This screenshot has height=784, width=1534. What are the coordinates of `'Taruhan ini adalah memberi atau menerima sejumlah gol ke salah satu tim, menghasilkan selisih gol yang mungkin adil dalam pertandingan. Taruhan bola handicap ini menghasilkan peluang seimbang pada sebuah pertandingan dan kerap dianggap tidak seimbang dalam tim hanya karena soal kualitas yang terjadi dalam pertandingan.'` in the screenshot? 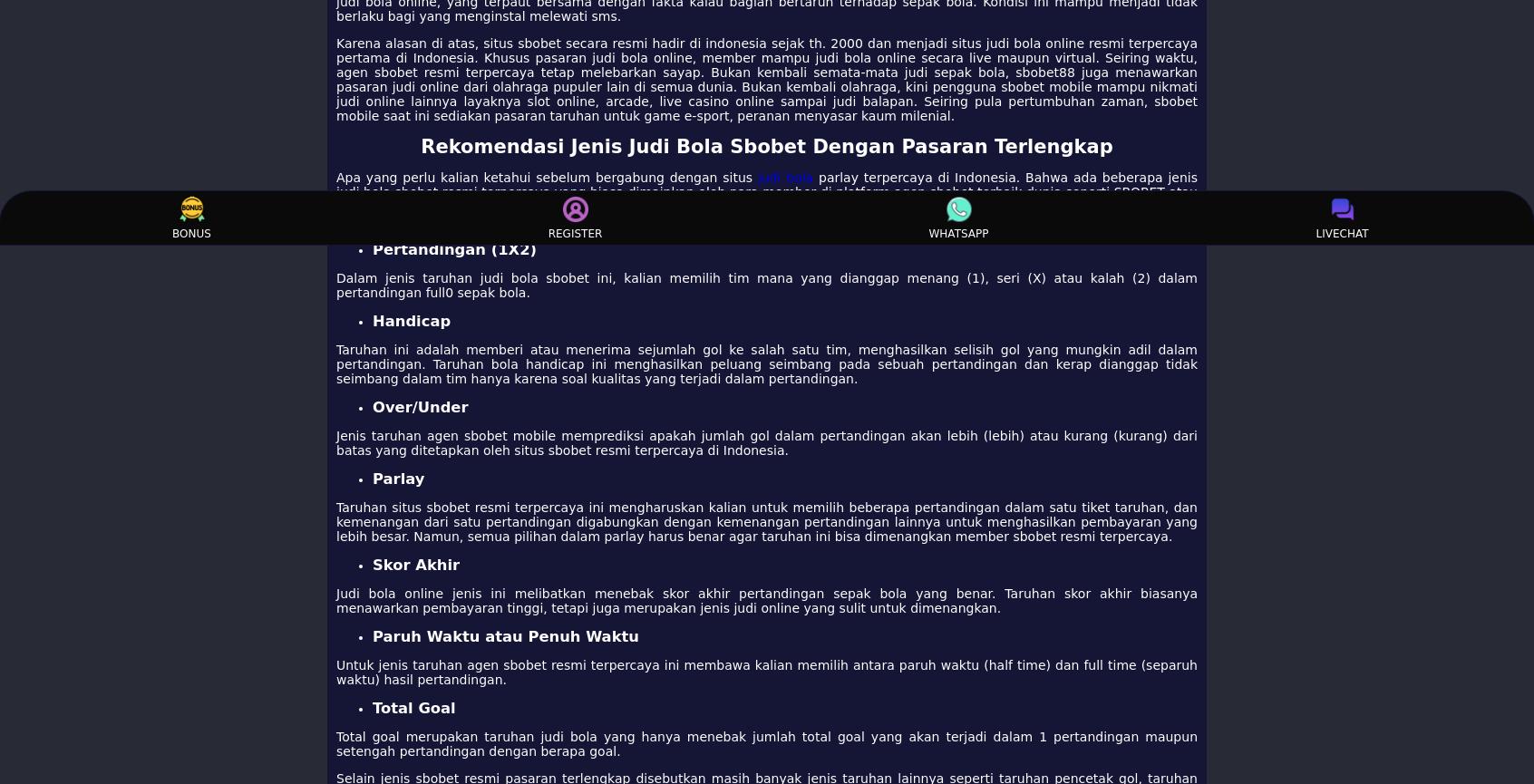 It's located at (767, 363).